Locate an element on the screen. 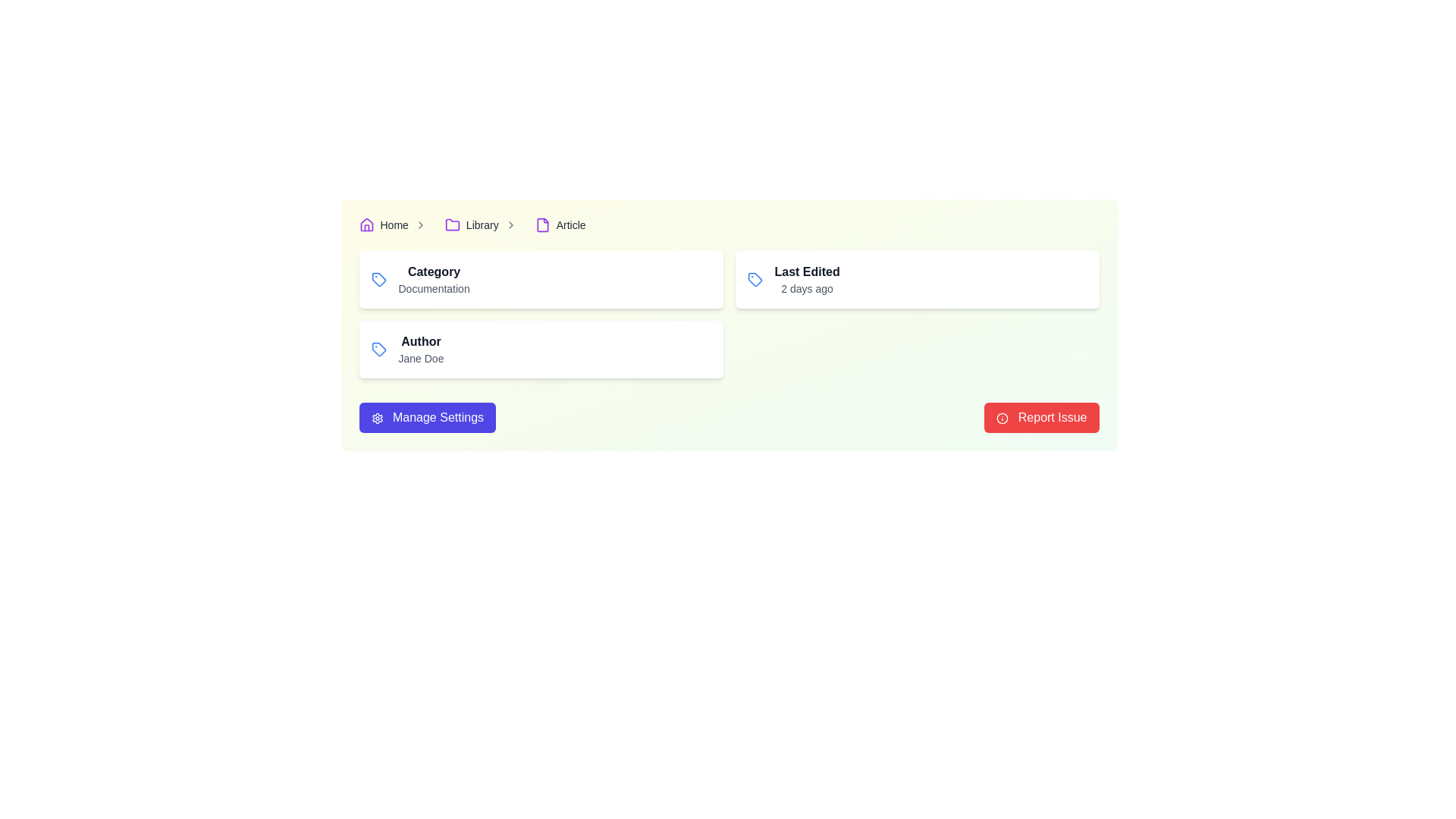 The image size is (1456, 819). the icon located to the left of the 'Last Edited' text within the rectangular white card in the top right portion of the layout is located at coordinates (755, 280).